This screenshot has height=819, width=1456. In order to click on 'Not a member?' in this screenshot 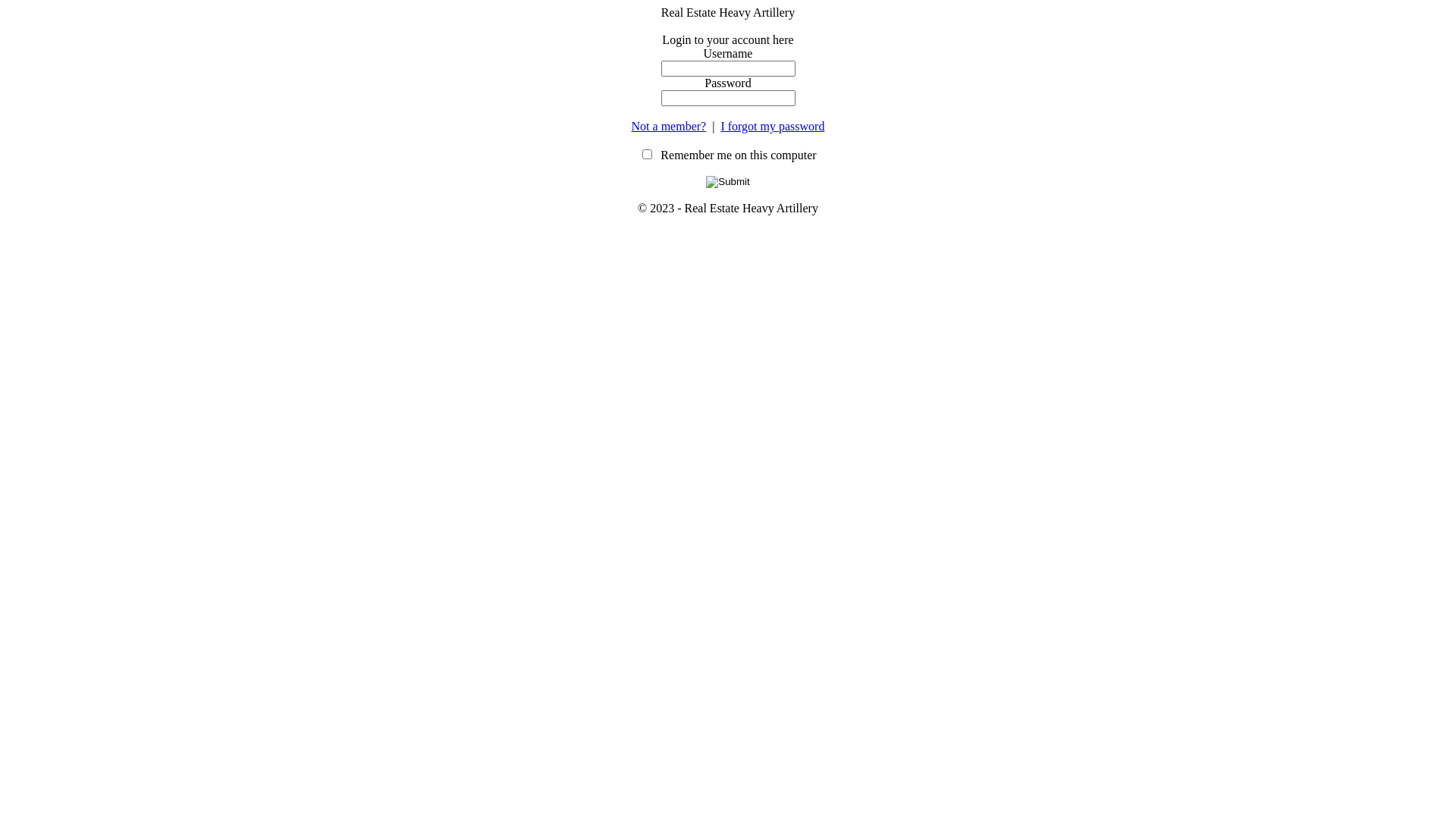, I will do `click(668, 125)`.